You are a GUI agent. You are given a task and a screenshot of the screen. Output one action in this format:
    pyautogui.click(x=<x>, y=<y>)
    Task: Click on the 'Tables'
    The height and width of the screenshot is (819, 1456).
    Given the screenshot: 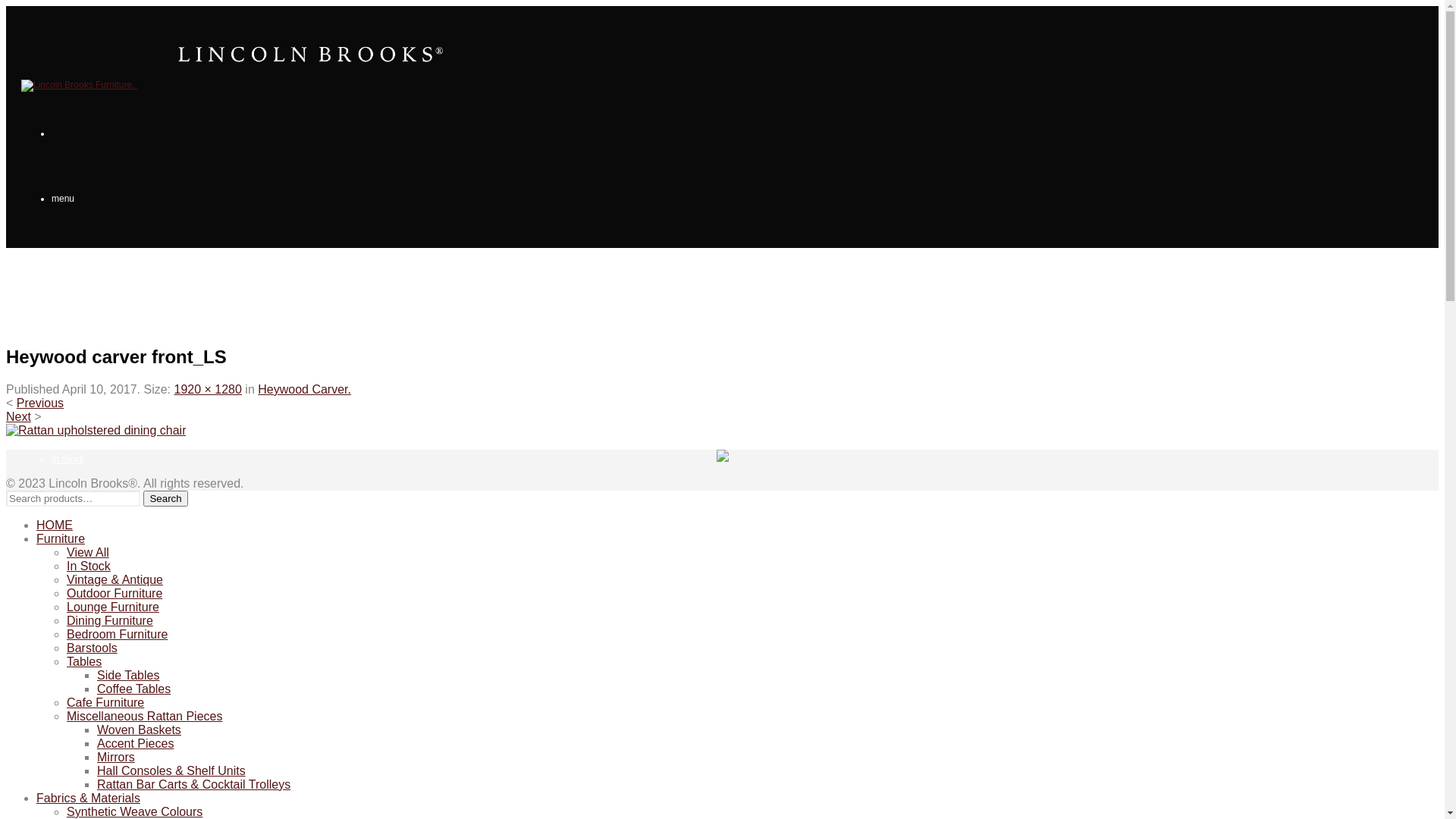 What is the action you would take?
    pyautogui.click(x=83, y=661)
    